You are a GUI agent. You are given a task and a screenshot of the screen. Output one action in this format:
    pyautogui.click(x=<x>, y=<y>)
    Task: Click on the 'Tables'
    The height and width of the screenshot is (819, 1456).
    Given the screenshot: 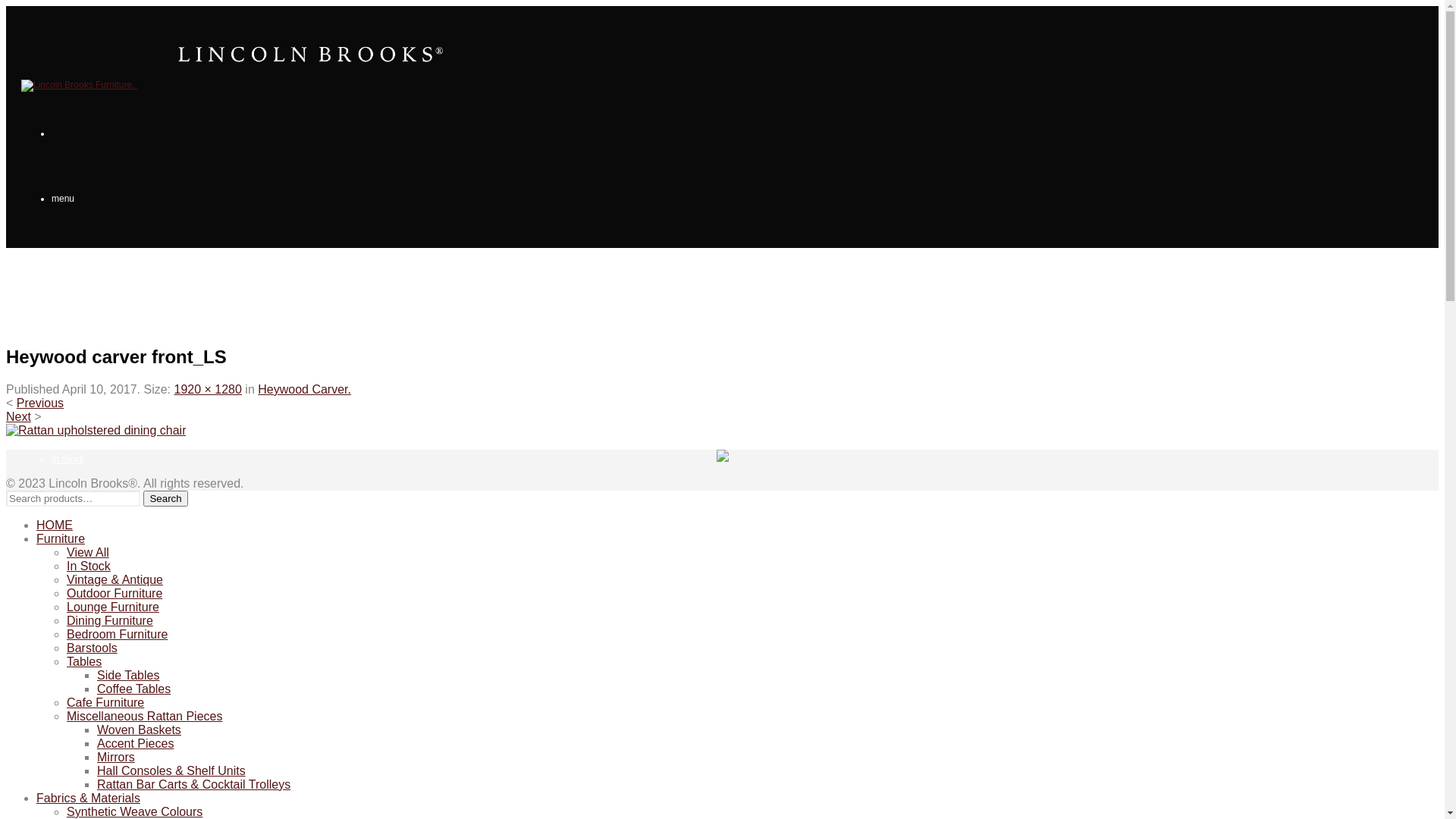 What is the action you would take?
    pyautogui.click(x=83, y=661)
    